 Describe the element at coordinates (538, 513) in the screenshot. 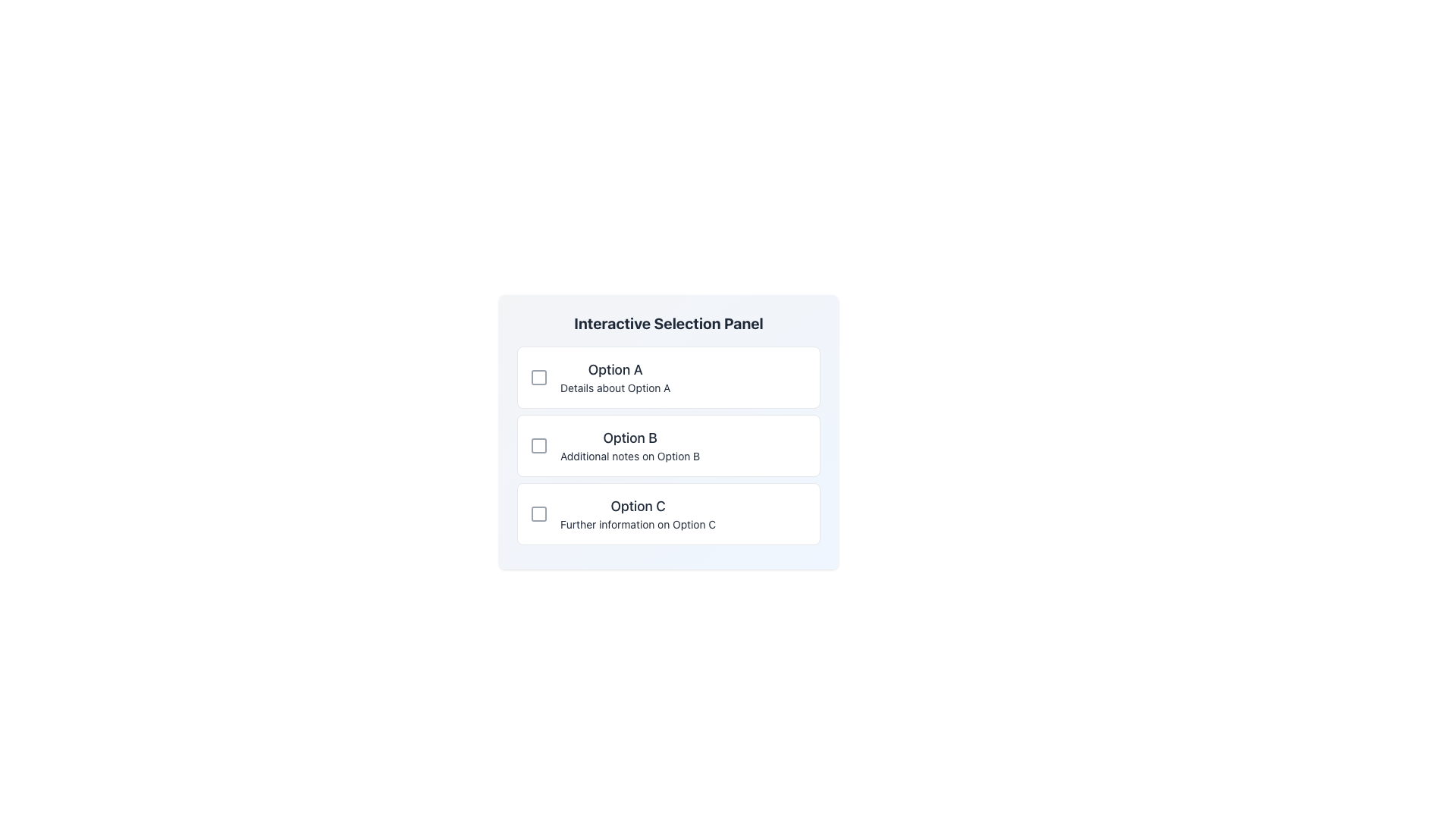

I see `the Checkbox associated with 'Option C' to enable keyboard interaction` at that location.